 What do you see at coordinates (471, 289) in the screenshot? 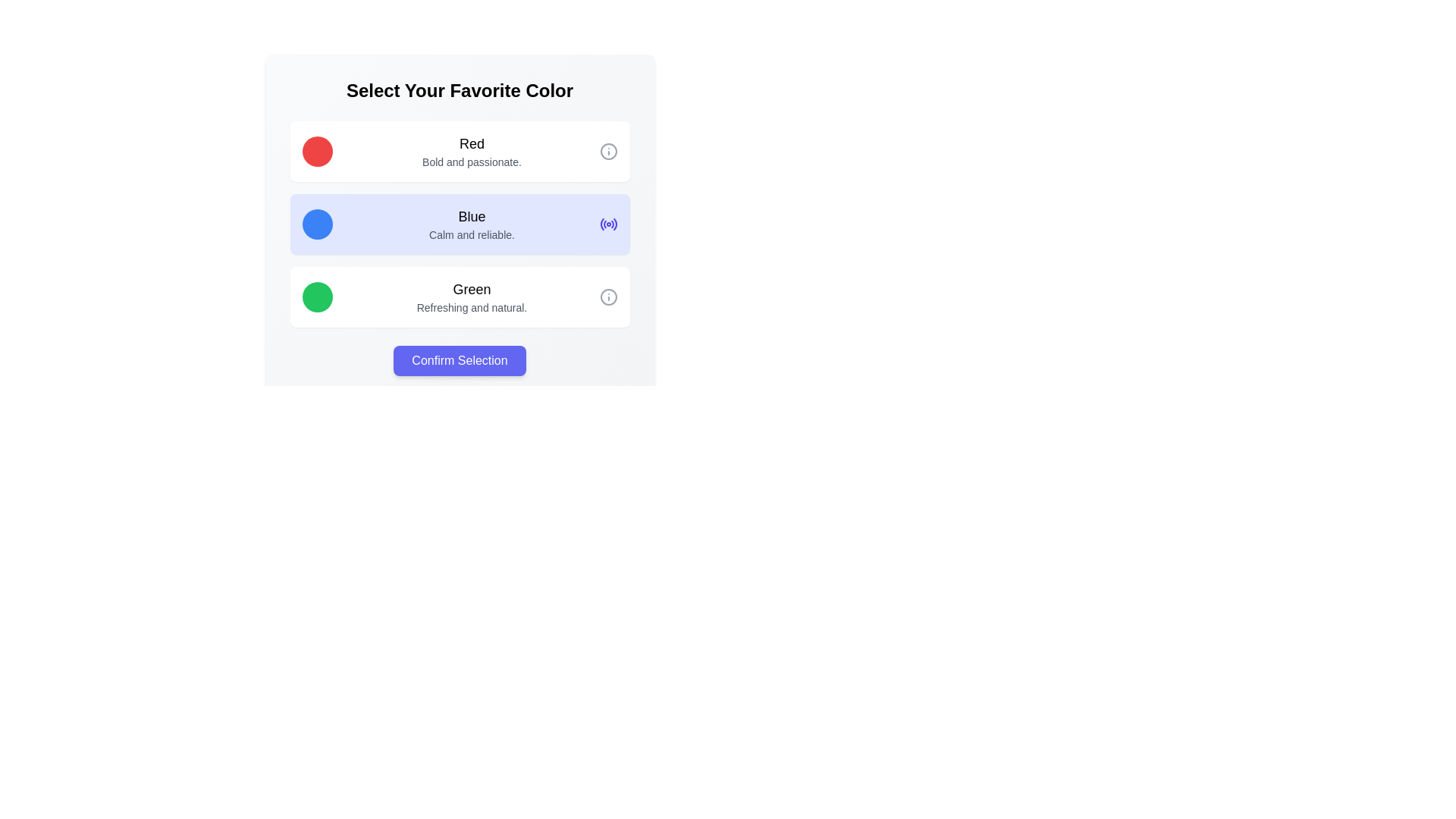
I see `the bold text label displaying 'Green' to inspect it` at bounding box center [471, 289].